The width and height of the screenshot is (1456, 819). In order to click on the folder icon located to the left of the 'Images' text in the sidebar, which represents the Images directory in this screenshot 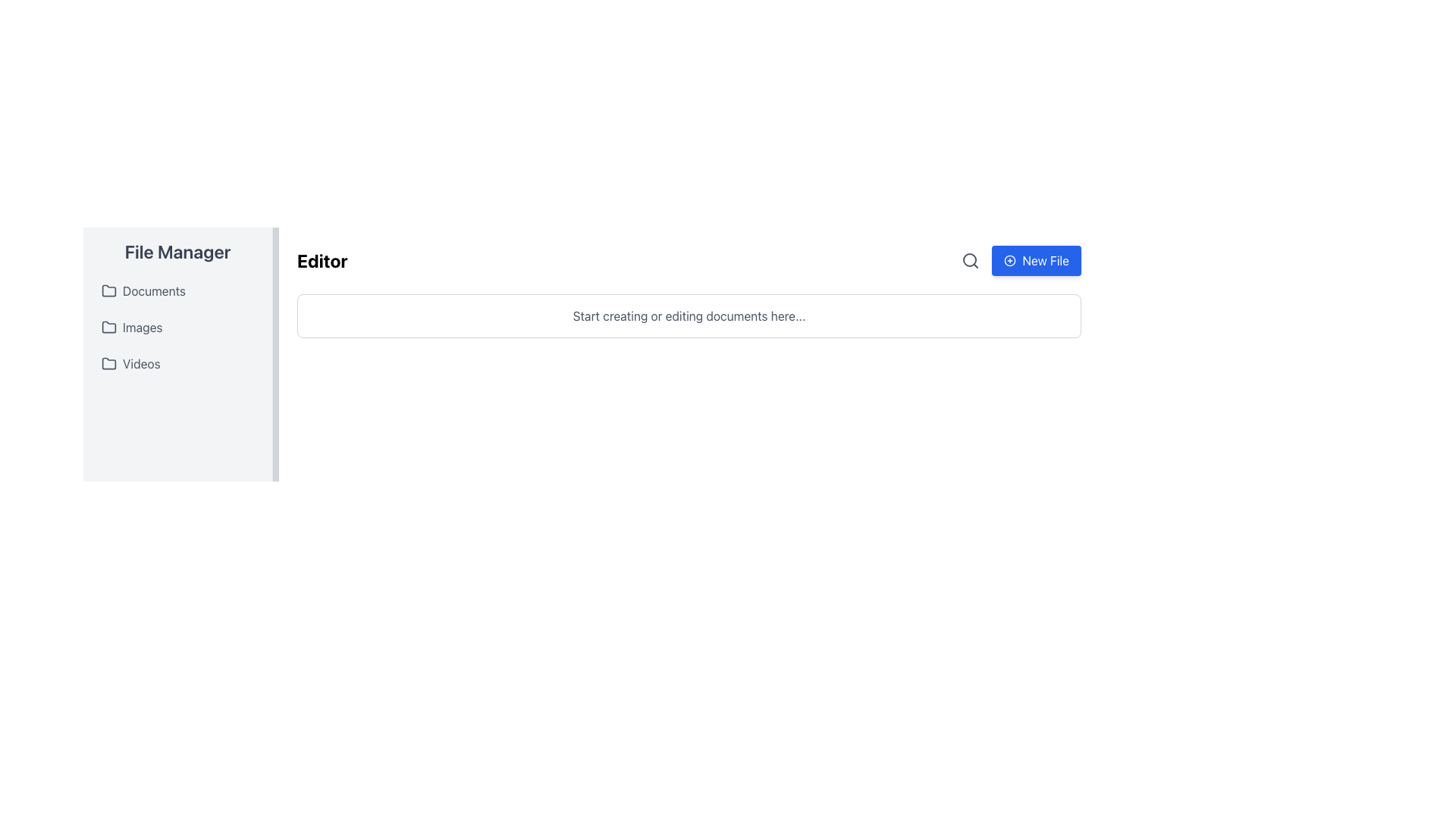, I will do `click(108, 327)`.